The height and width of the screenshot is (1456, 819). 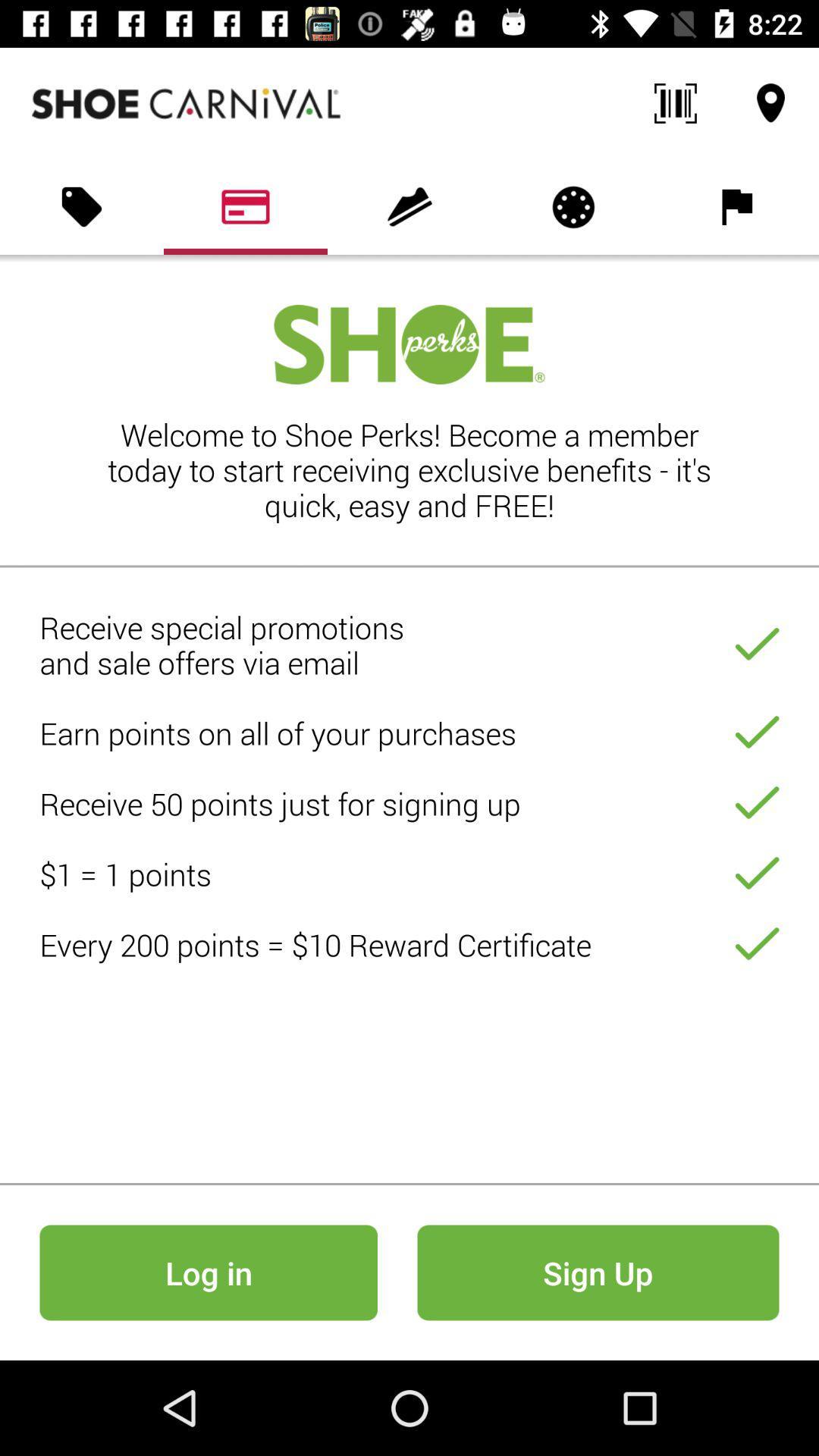 I want to click on gps, so click(x=771, y=103).